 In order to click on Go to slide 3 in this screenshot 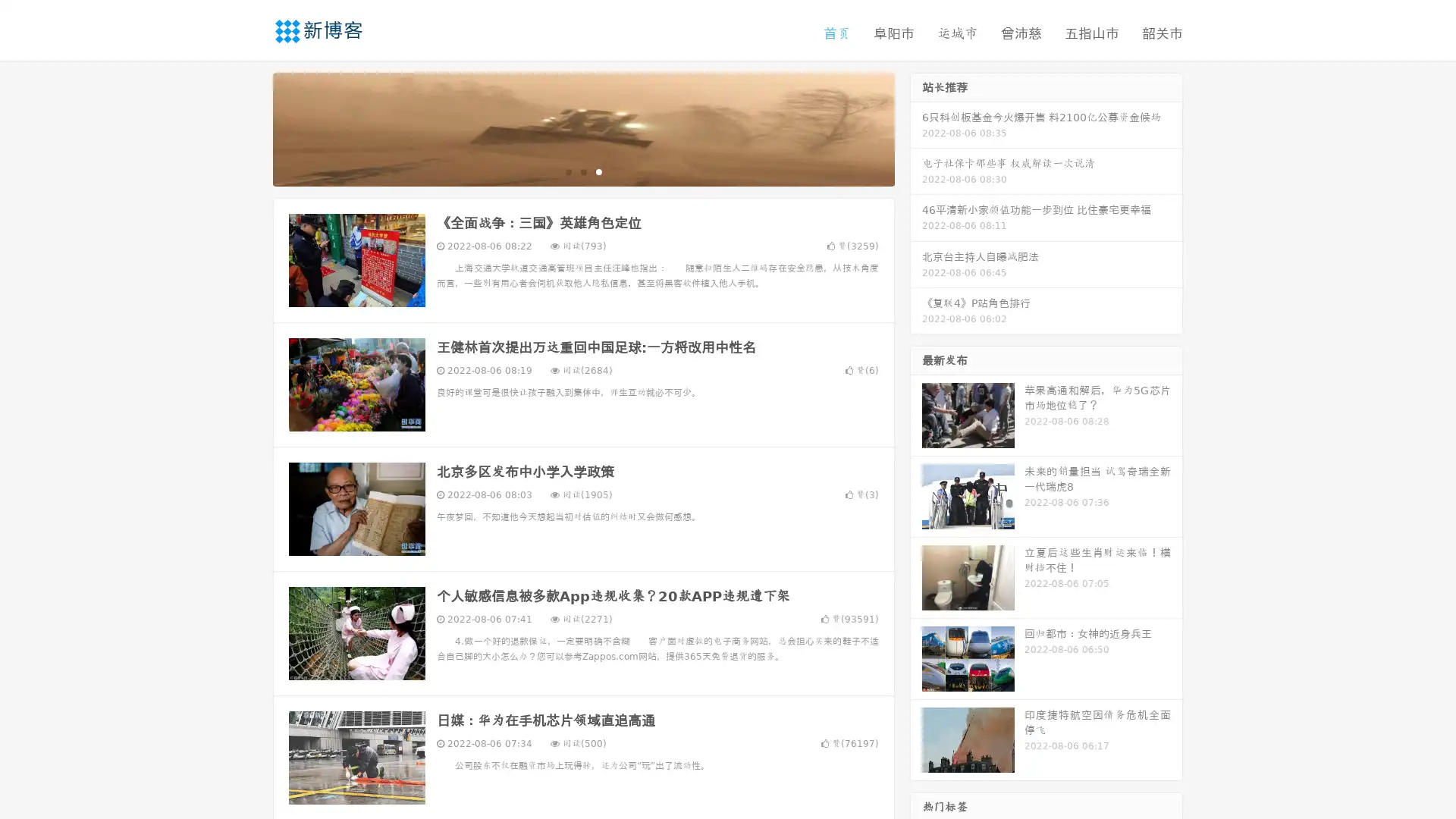, I will do `click(598, 171)`.